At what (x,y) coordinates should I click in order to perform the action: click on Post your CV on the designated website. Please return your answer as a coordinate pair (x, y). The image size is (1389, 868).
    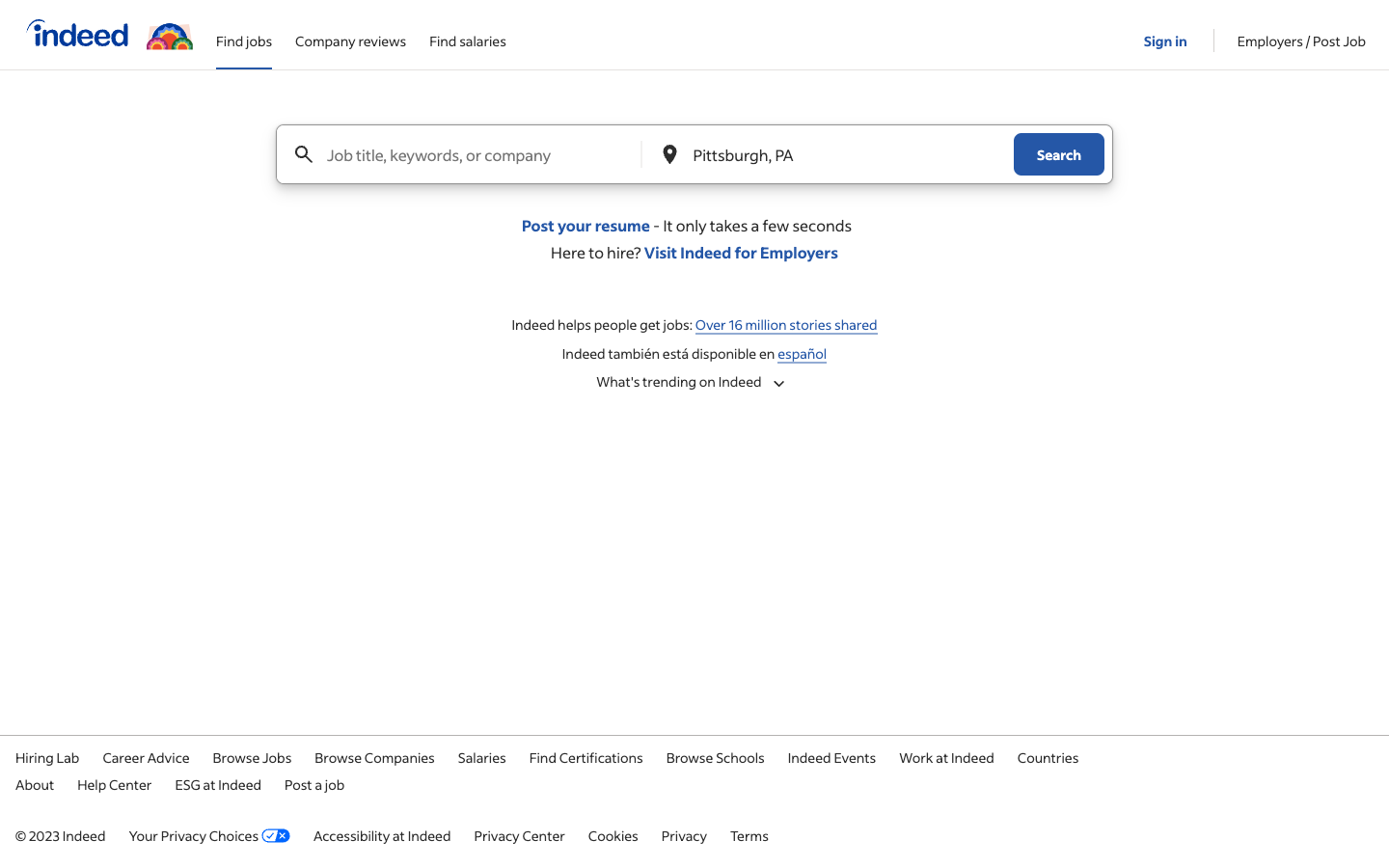
    Looking at the image, I should click on (585, 224).